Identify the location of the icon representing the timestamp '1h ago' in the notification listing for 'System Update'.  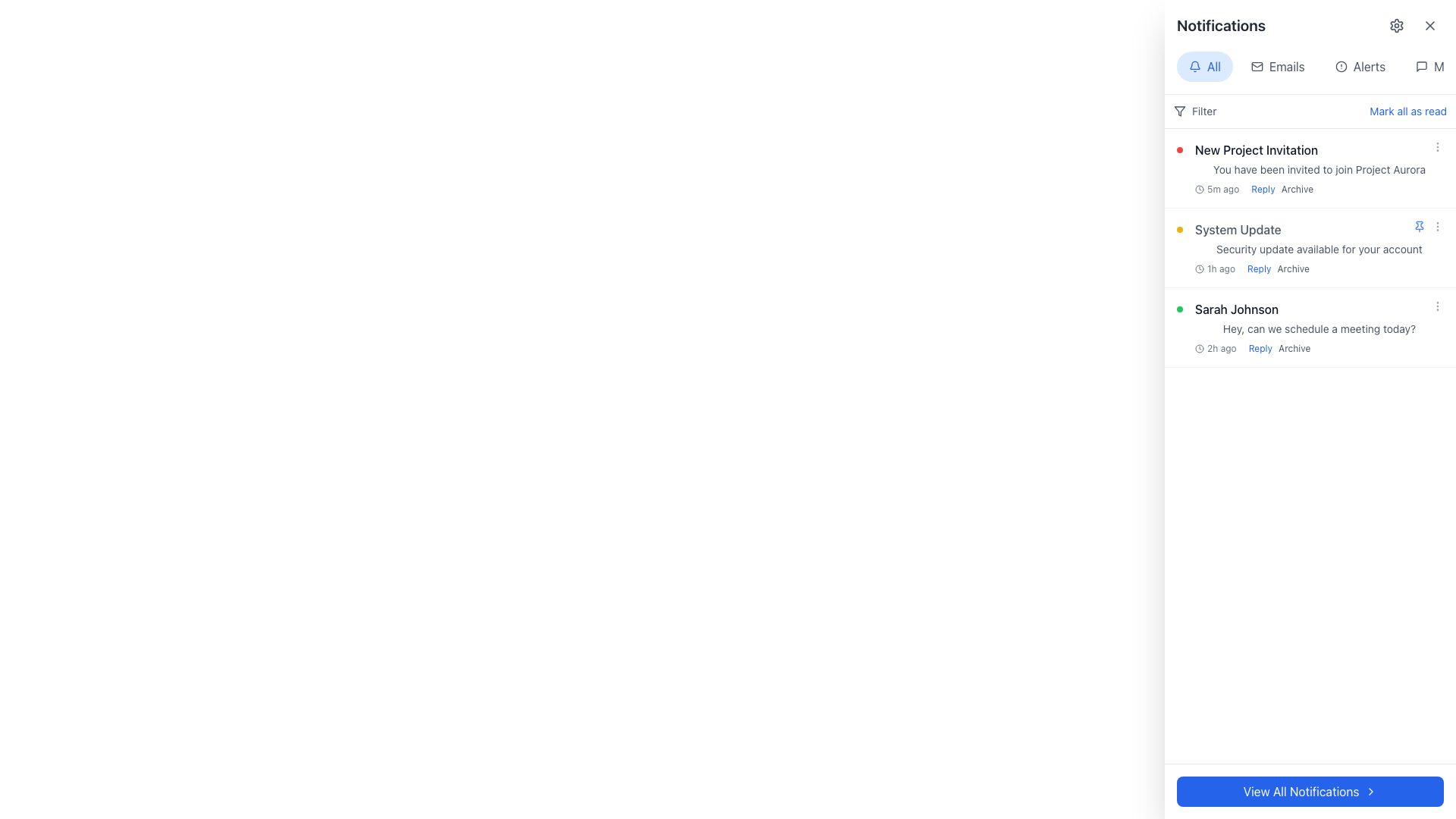
(1199, 268).